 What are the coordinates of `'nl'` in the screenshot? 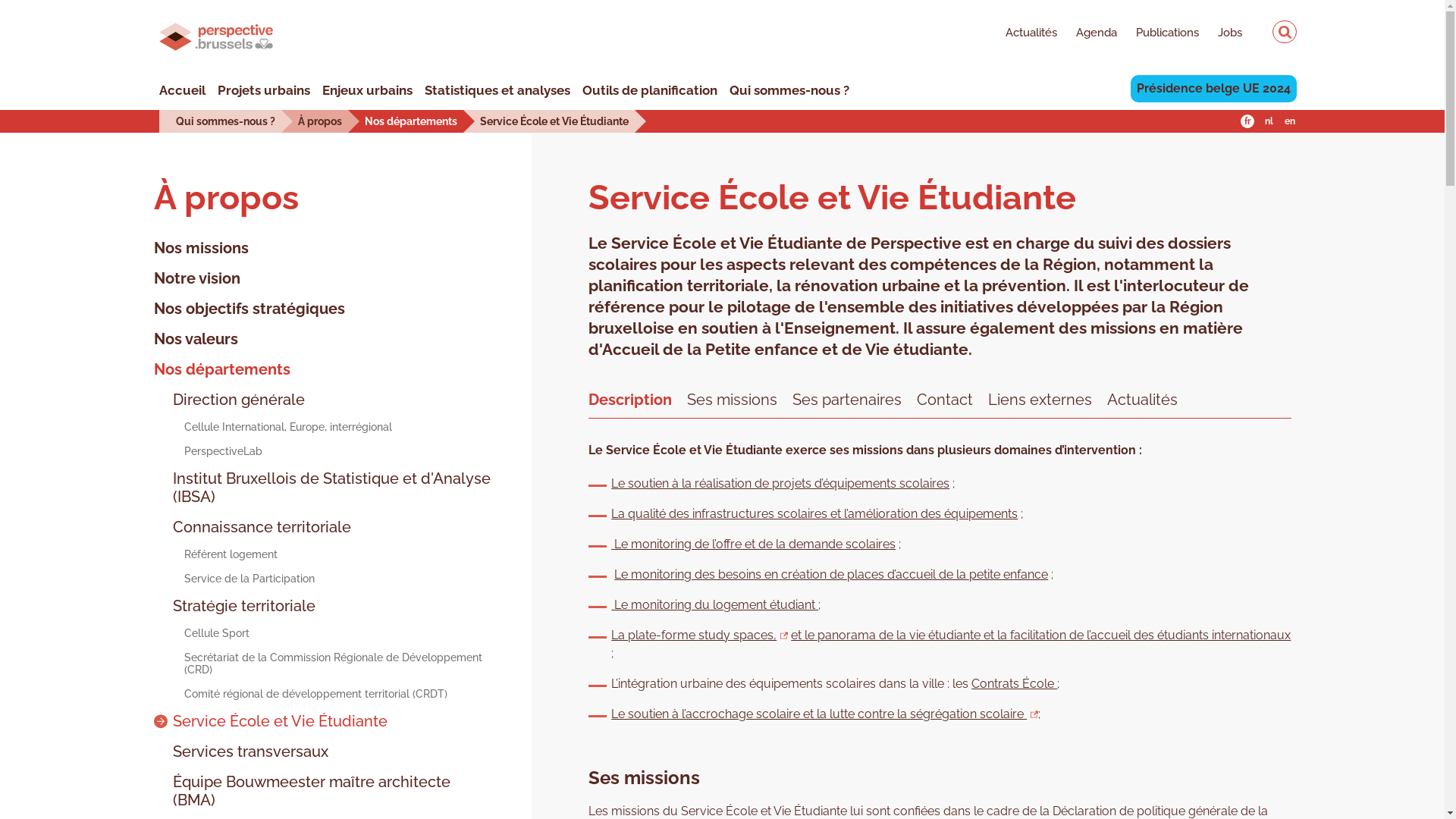 It's located at (1262, 120).